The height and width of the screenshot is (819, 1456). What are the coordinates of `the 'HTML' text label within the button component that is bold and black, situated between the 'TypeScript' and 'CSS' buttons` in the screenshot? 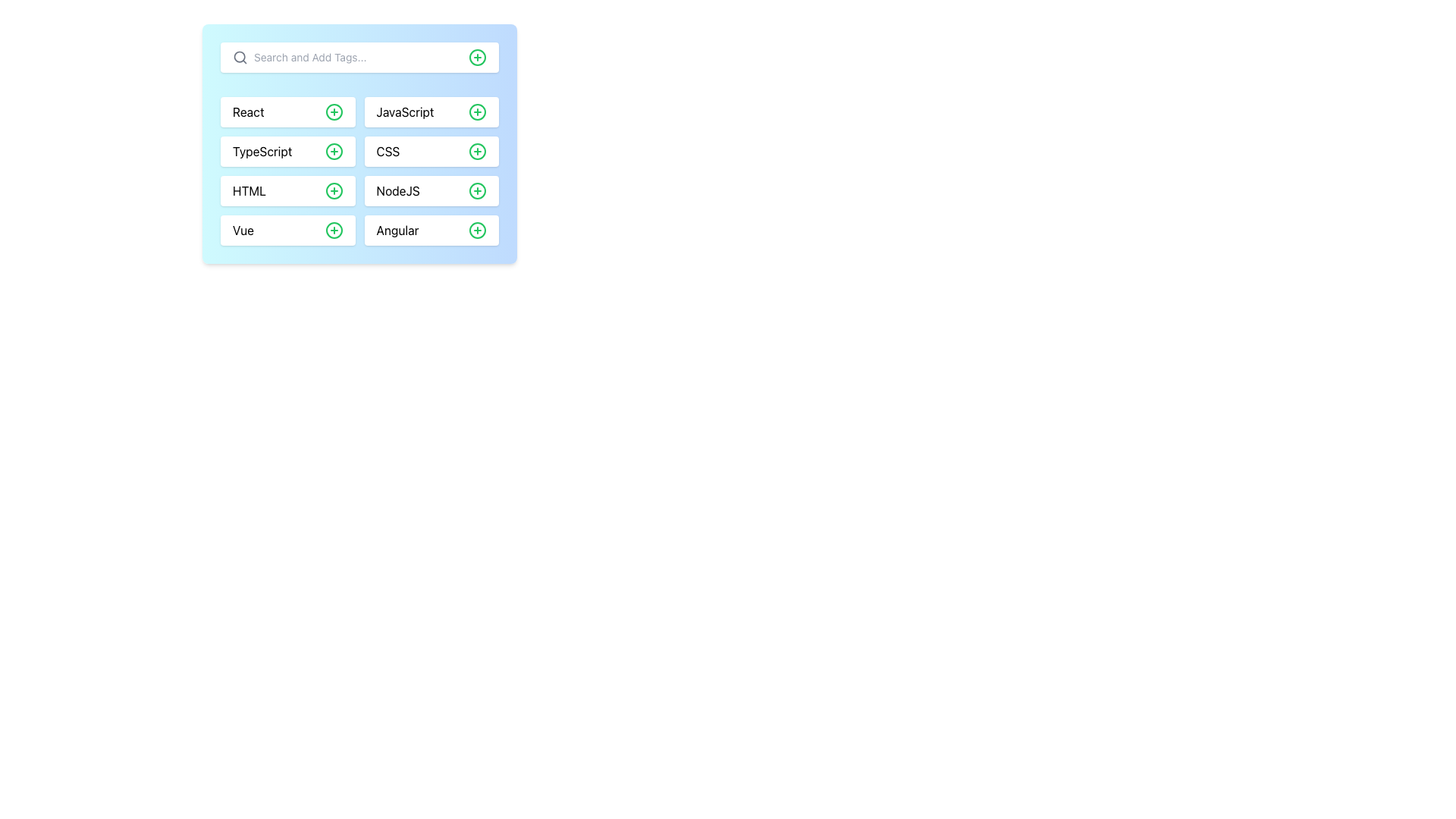 It's located at (249, 190).